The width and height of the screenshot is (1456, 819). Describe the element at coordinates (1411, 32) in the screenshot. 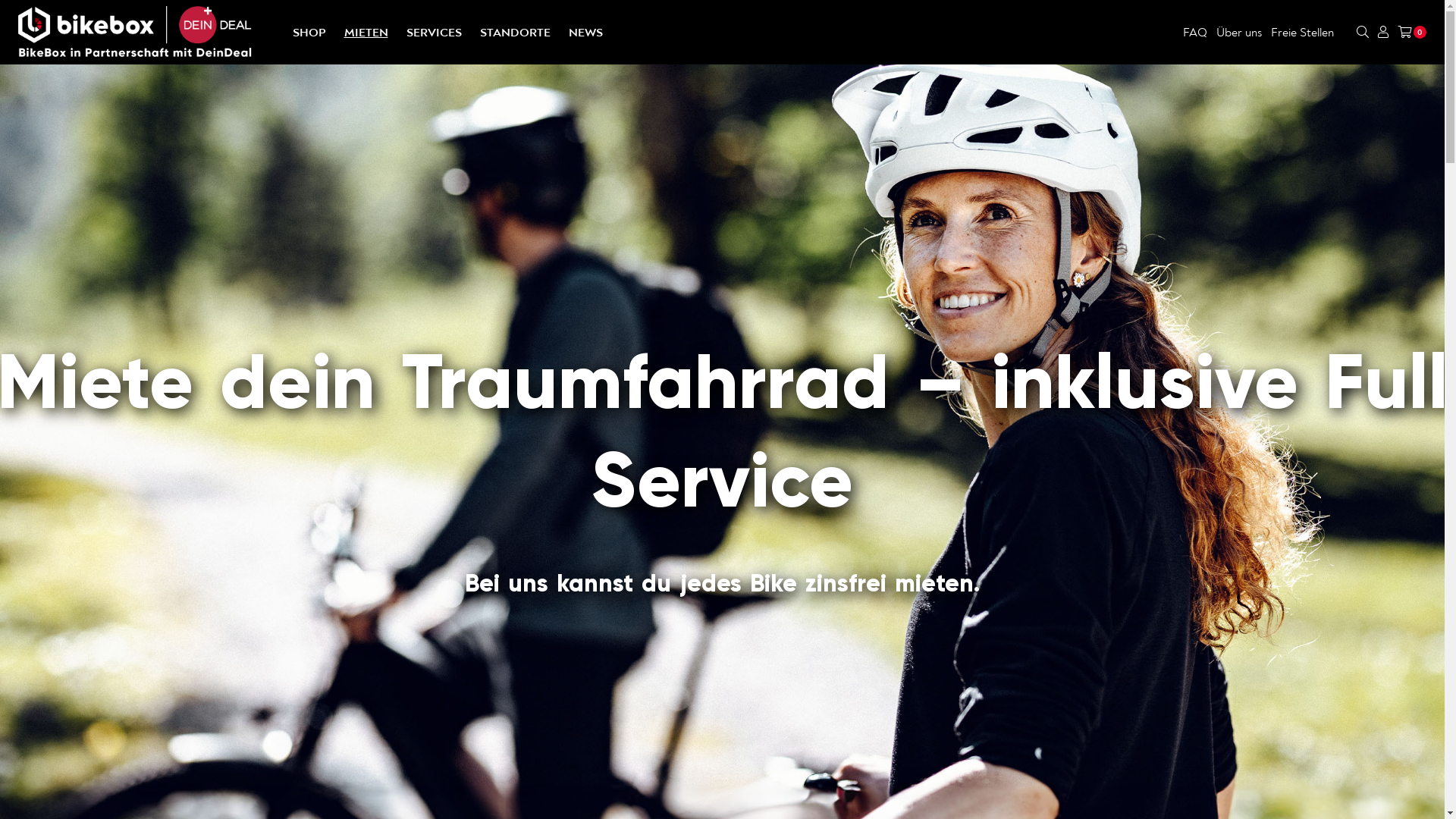

I see `'0'` at that location.